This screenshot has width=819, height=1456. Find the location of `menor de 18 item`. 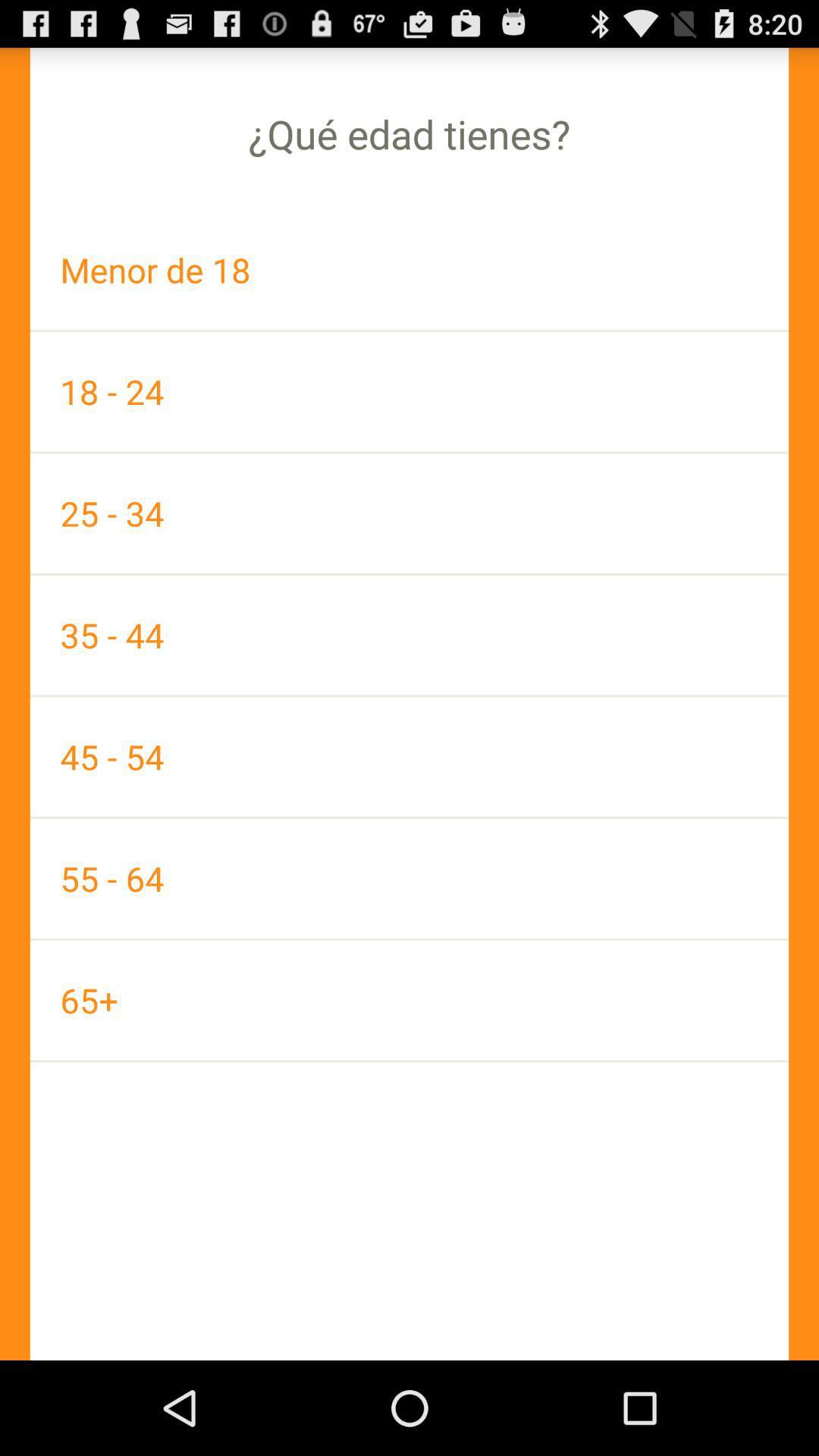

menor de 18 item is located at coordinates (409, 270).